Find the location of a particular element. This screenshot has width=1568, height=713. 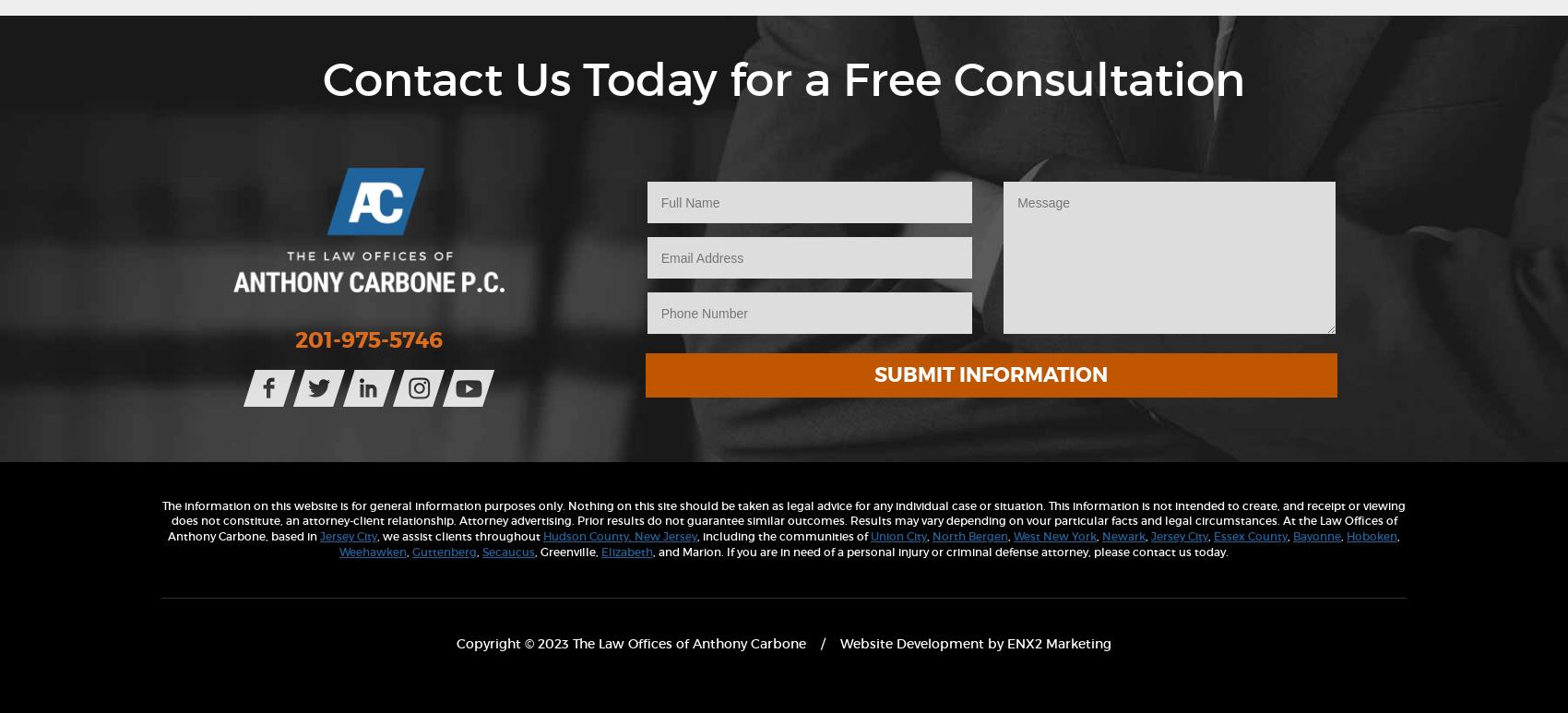

'Elizabeth' is located at coordinates (627, 551).